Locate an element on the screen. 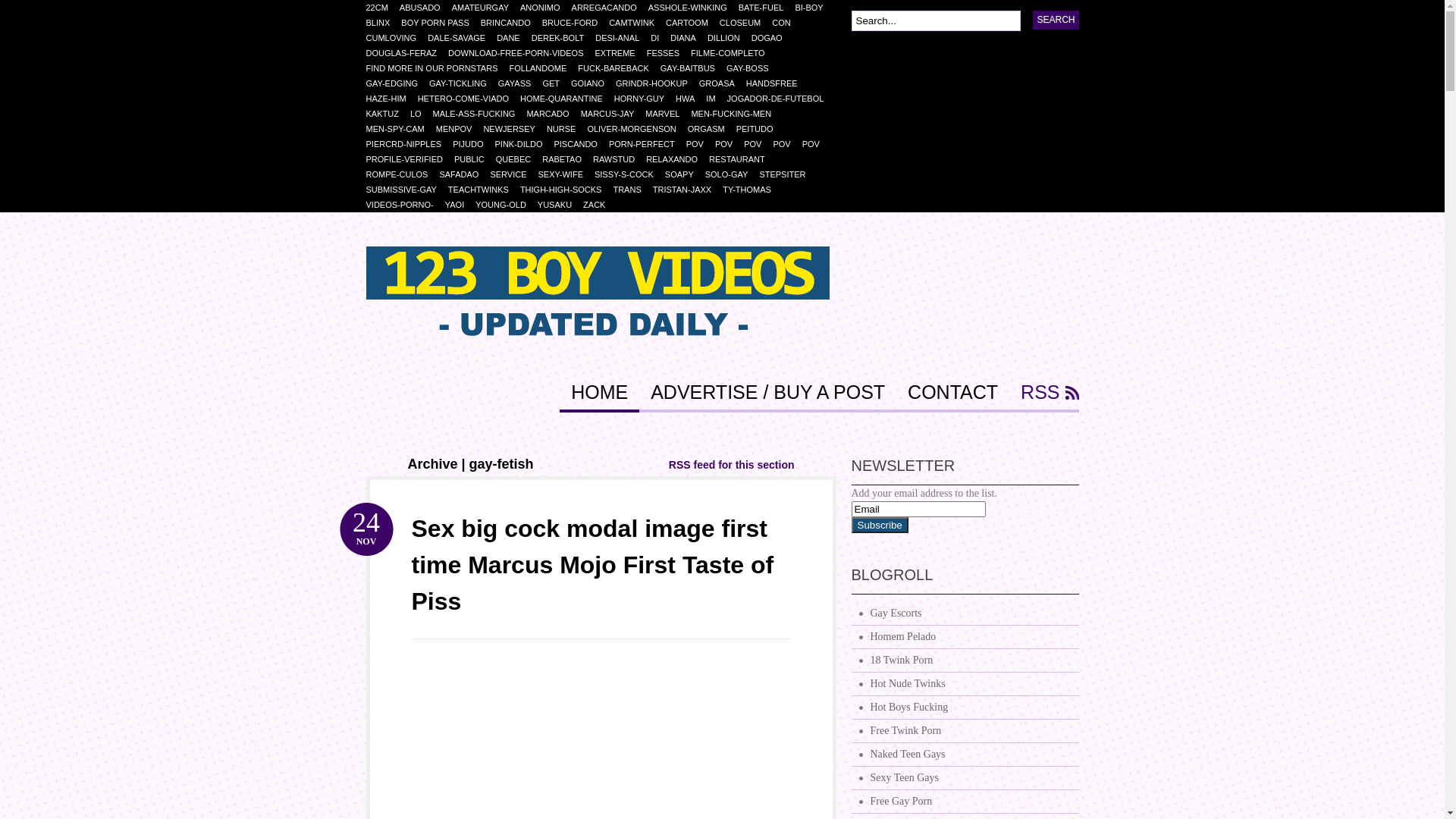  'DIANA' is located at coordinates (669, 37).